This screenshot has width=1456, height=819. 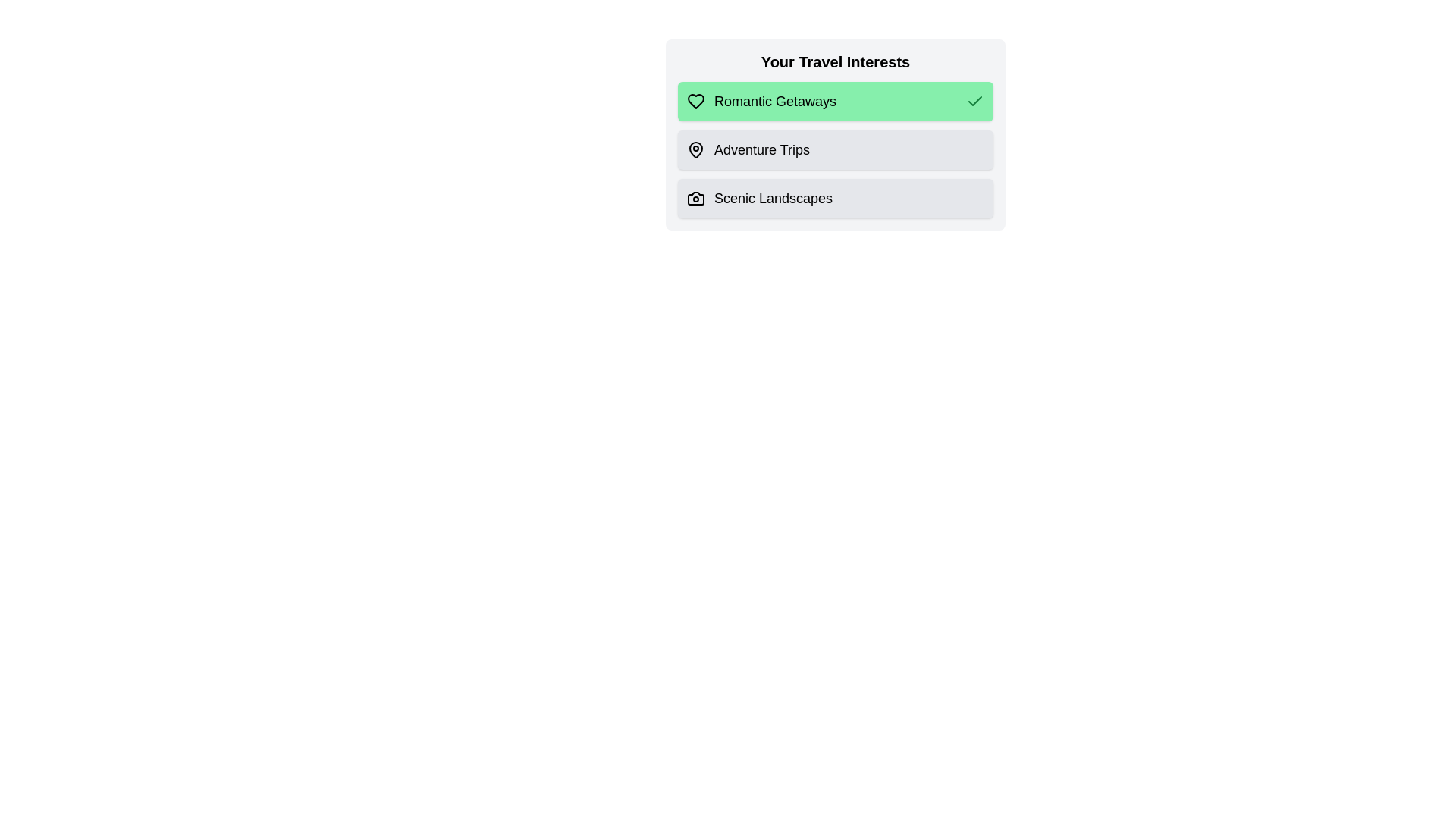 I want to click on the travel preference Romantic Getaways by clicking on its corresponding option, so click(x=835, y=102).